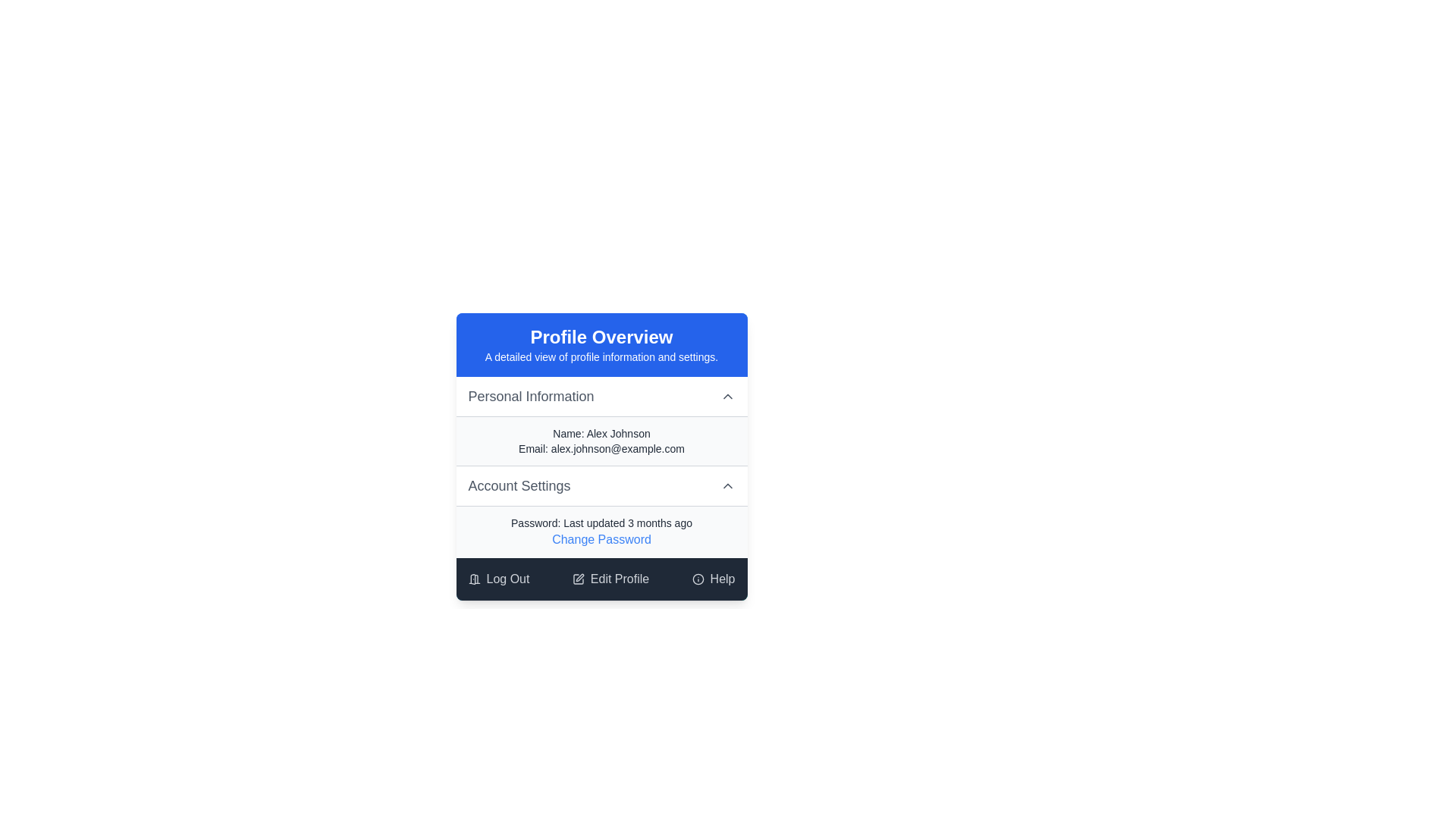 The width and height of the screenshot is (1456, 819). What do you see at coordinates (531, 396) in the screenshot?
I see `the section header labeled 'Personal Information' which is positioned below the 'Profile Overview' title and above the list of profile details` at bounding box center [531, 396].